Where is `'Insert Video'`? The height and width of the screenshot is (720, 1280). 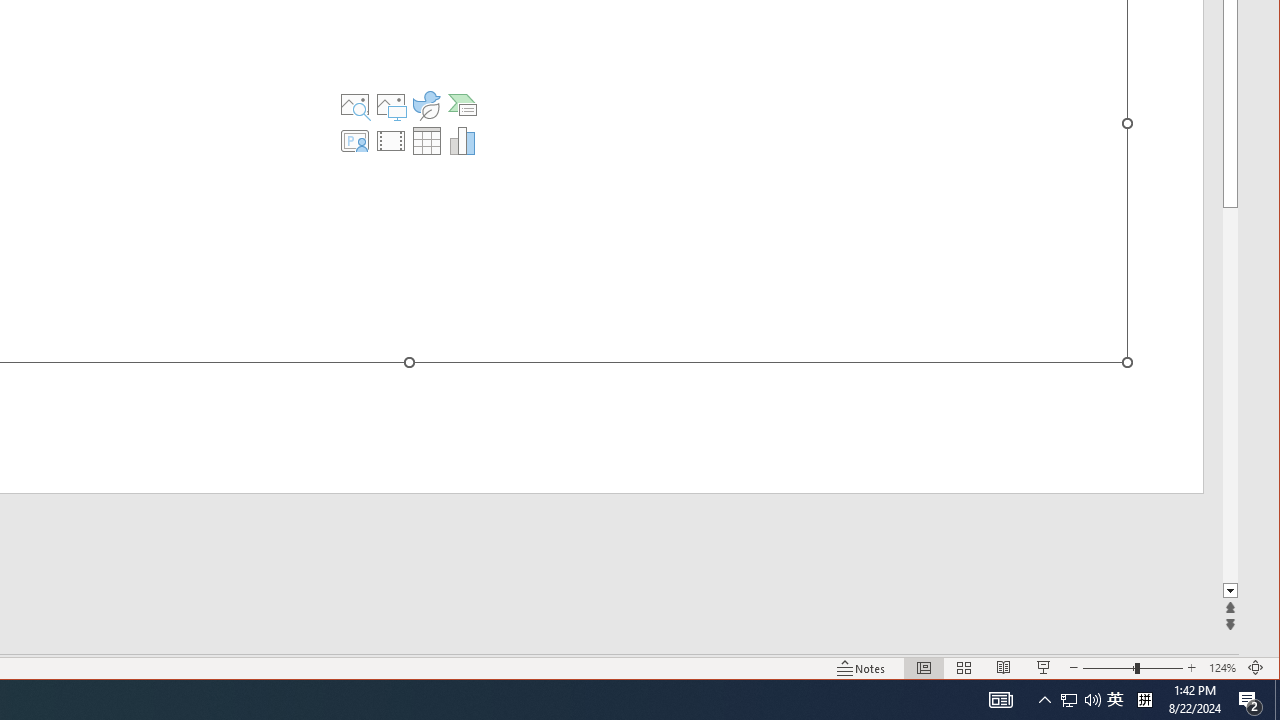
'Insert Video' is located at coordinates (391, 140).